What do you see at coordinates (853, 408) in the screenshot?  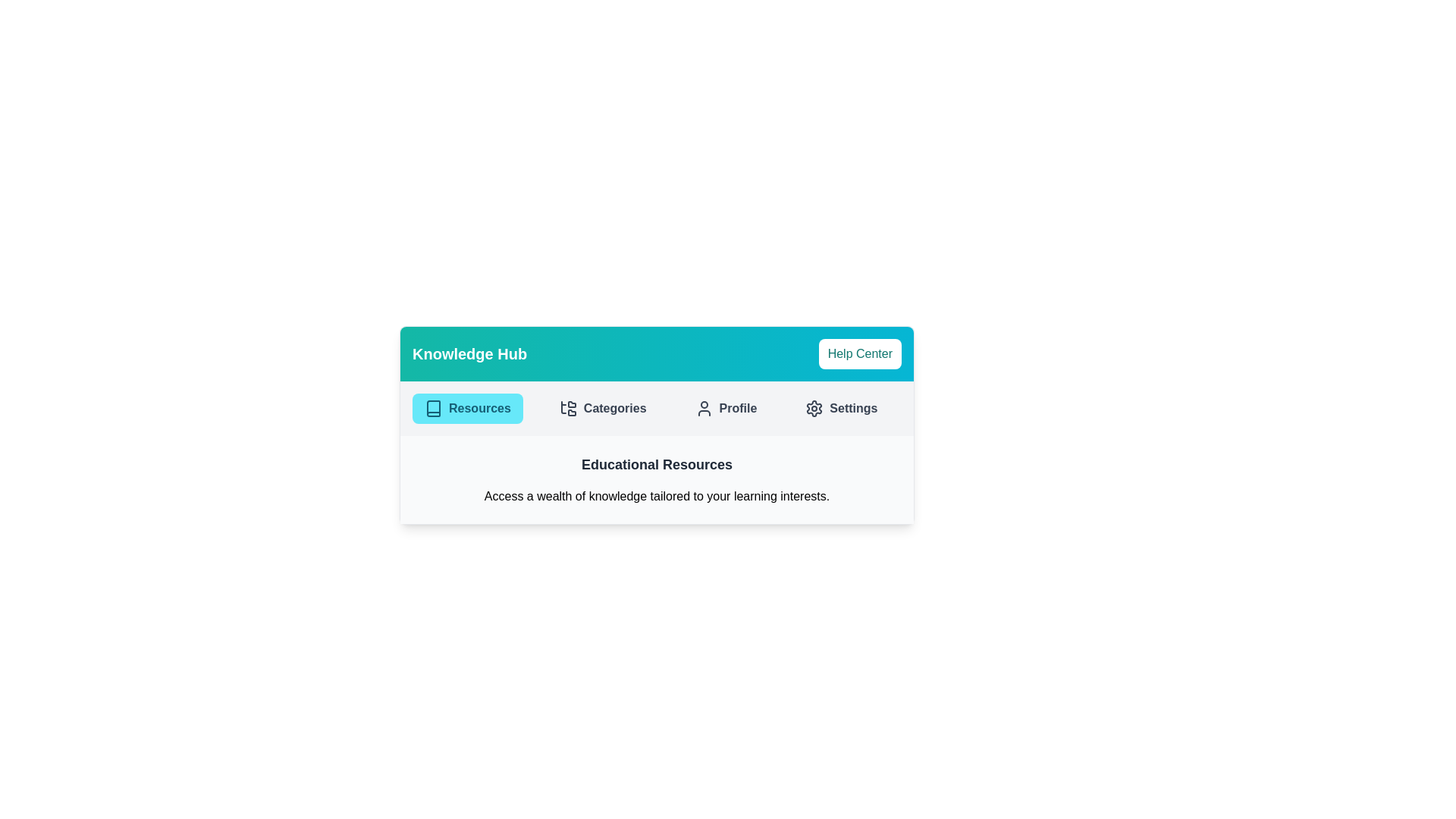 I see `the 'Settings' button located in the far right of the horizontal navigation menu` at bounding box center [853, 408].